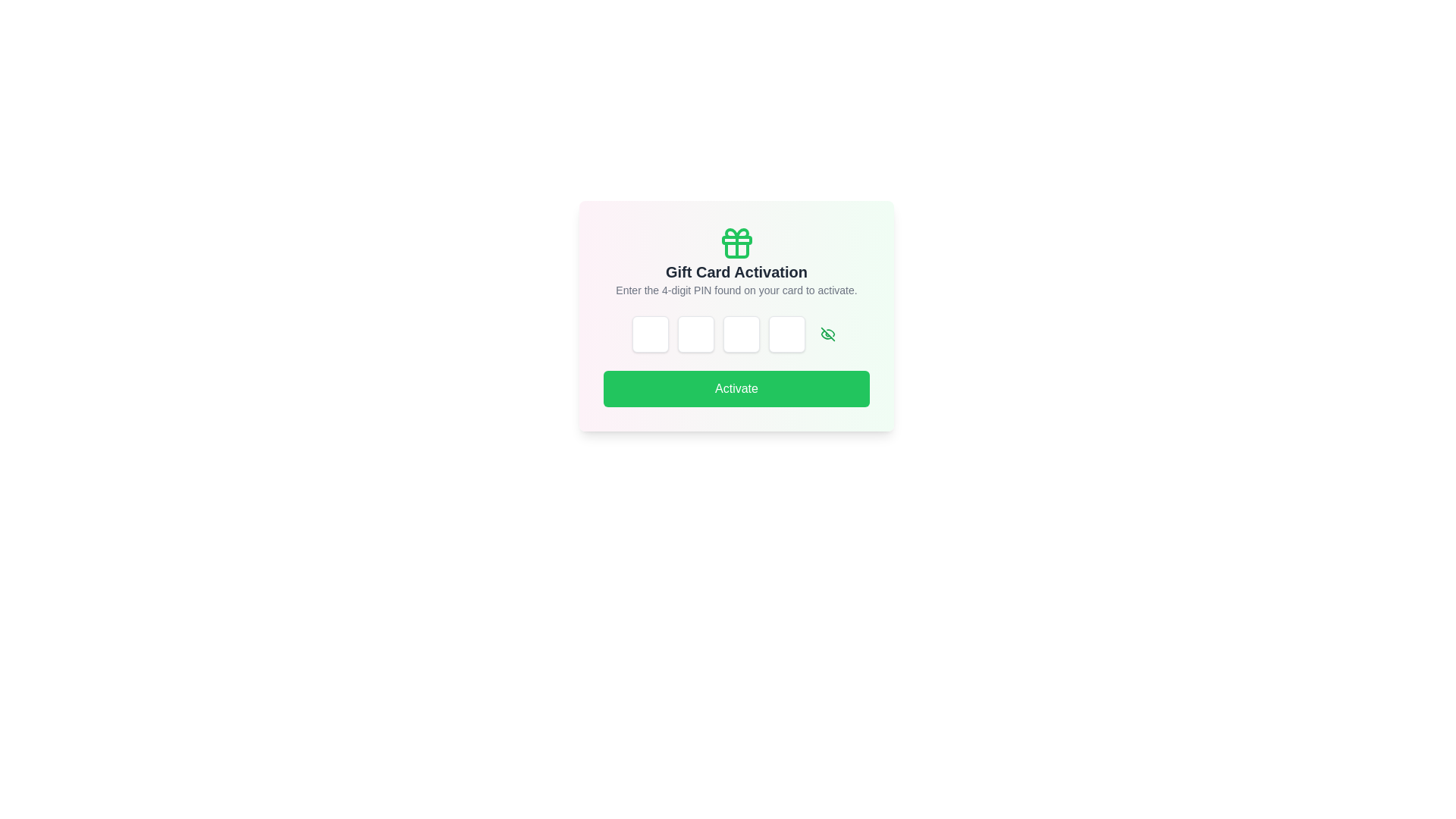  What do you see at coordinates (736, 290) in the screenshot?
I see `the static text element that instructs users to enter a 4-digit PIN, located below the 'Gift Card Activation' title text in a centered modal box` at bounding box center [736, 290].